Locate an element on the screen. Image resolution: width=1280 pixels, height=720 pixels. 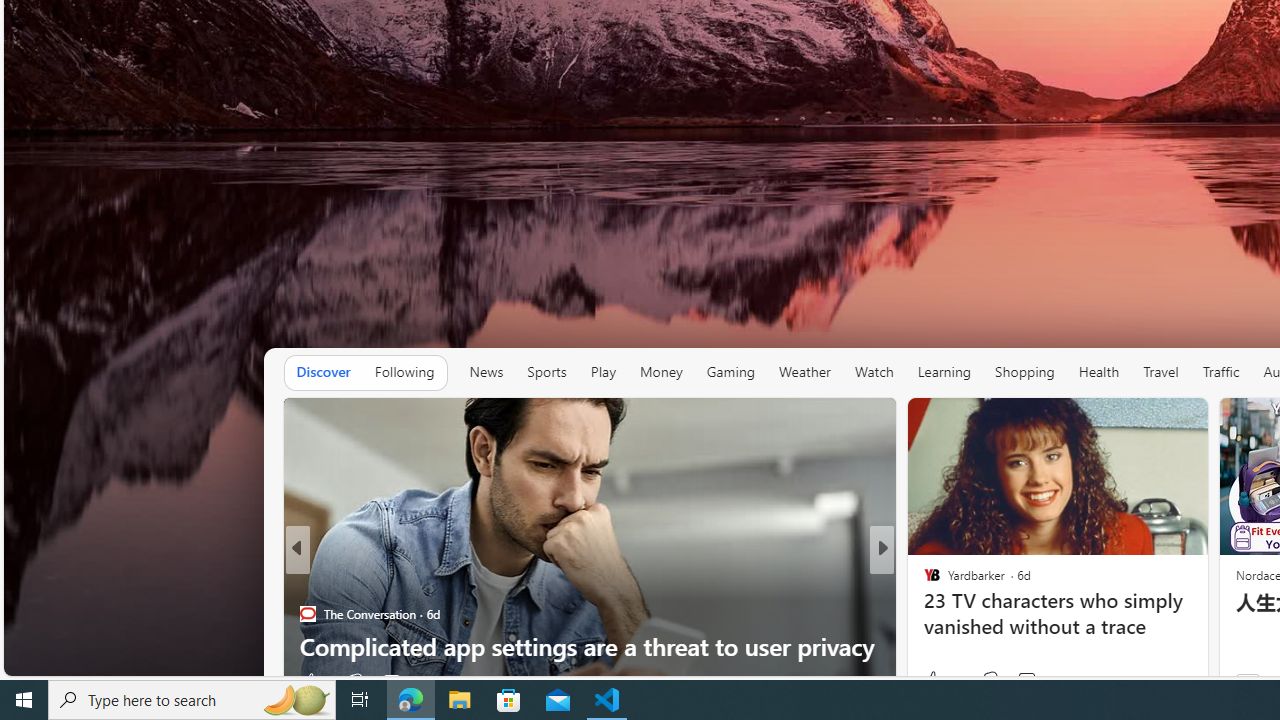
'Start the conversation' is located at coordinates (1014, 680).